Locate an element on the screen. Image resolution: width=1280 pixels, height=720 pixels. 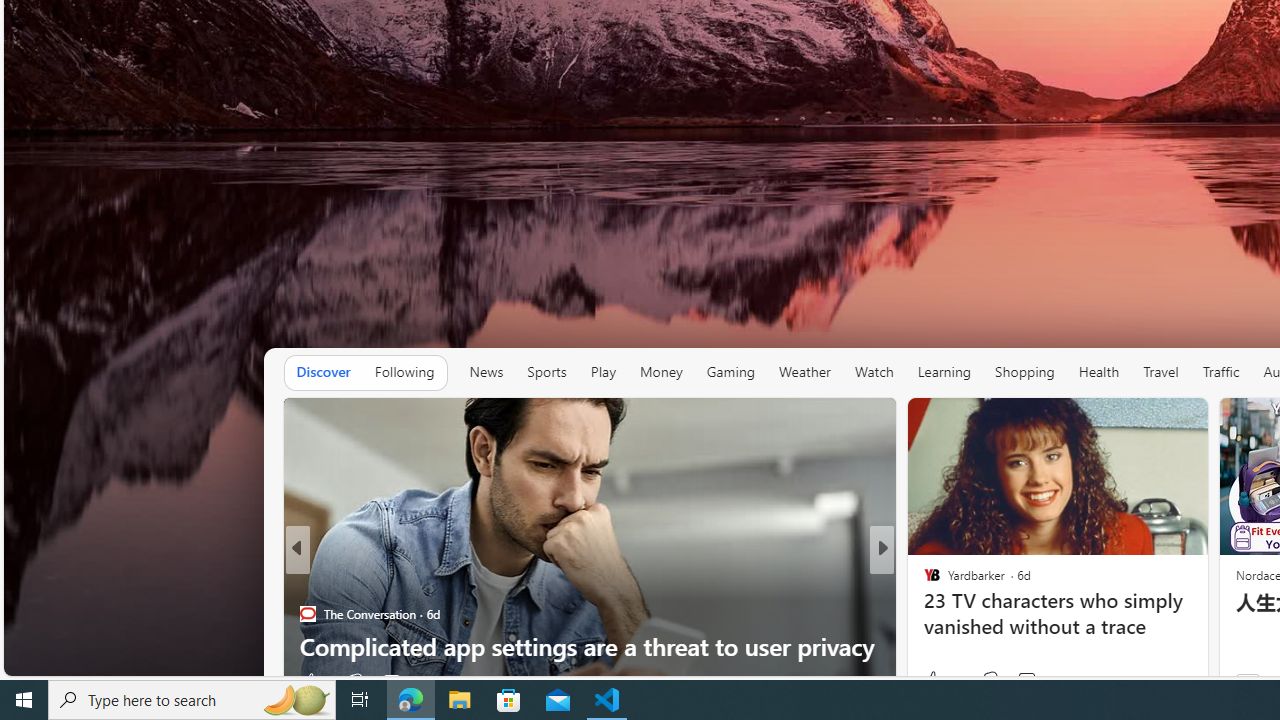
'Start the conversation' is located at coordinates (1014, 680).